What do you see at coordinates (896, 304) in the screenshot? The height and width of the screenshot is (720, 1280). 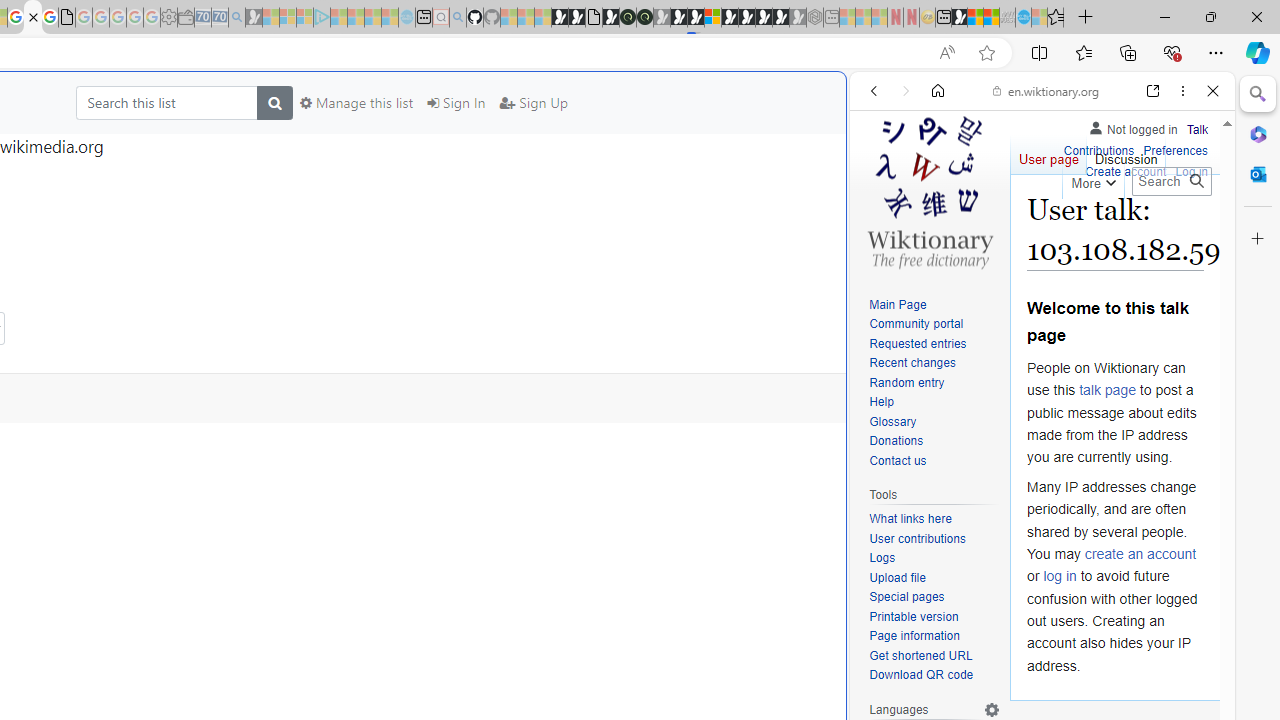 I see `'Main Page'` at bounding box center [896, 304].